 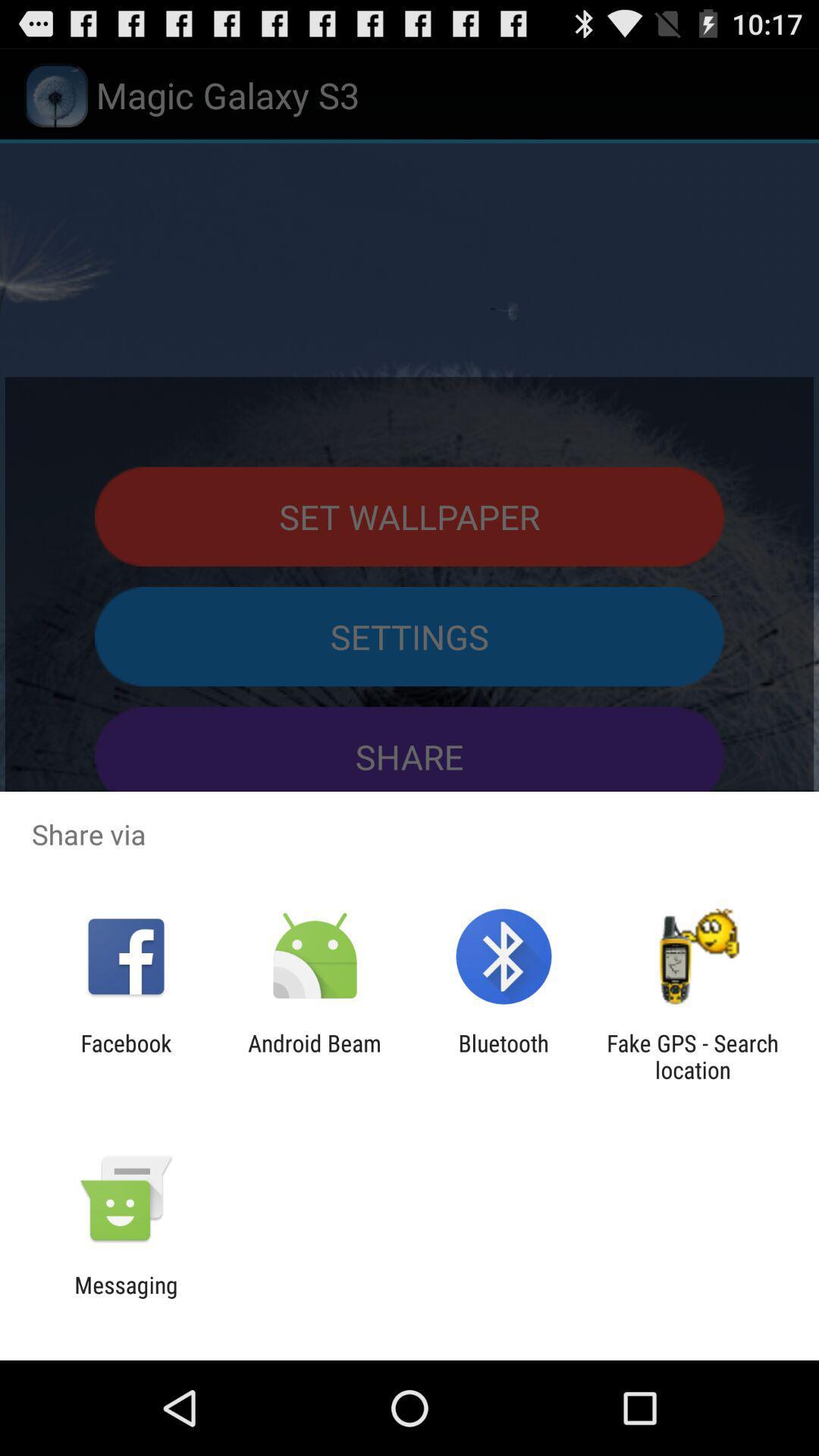 What do you see at coordinates (504, 1056) in the screenshot?
I see `bluetooth item` at bounding box center [504, 1056].